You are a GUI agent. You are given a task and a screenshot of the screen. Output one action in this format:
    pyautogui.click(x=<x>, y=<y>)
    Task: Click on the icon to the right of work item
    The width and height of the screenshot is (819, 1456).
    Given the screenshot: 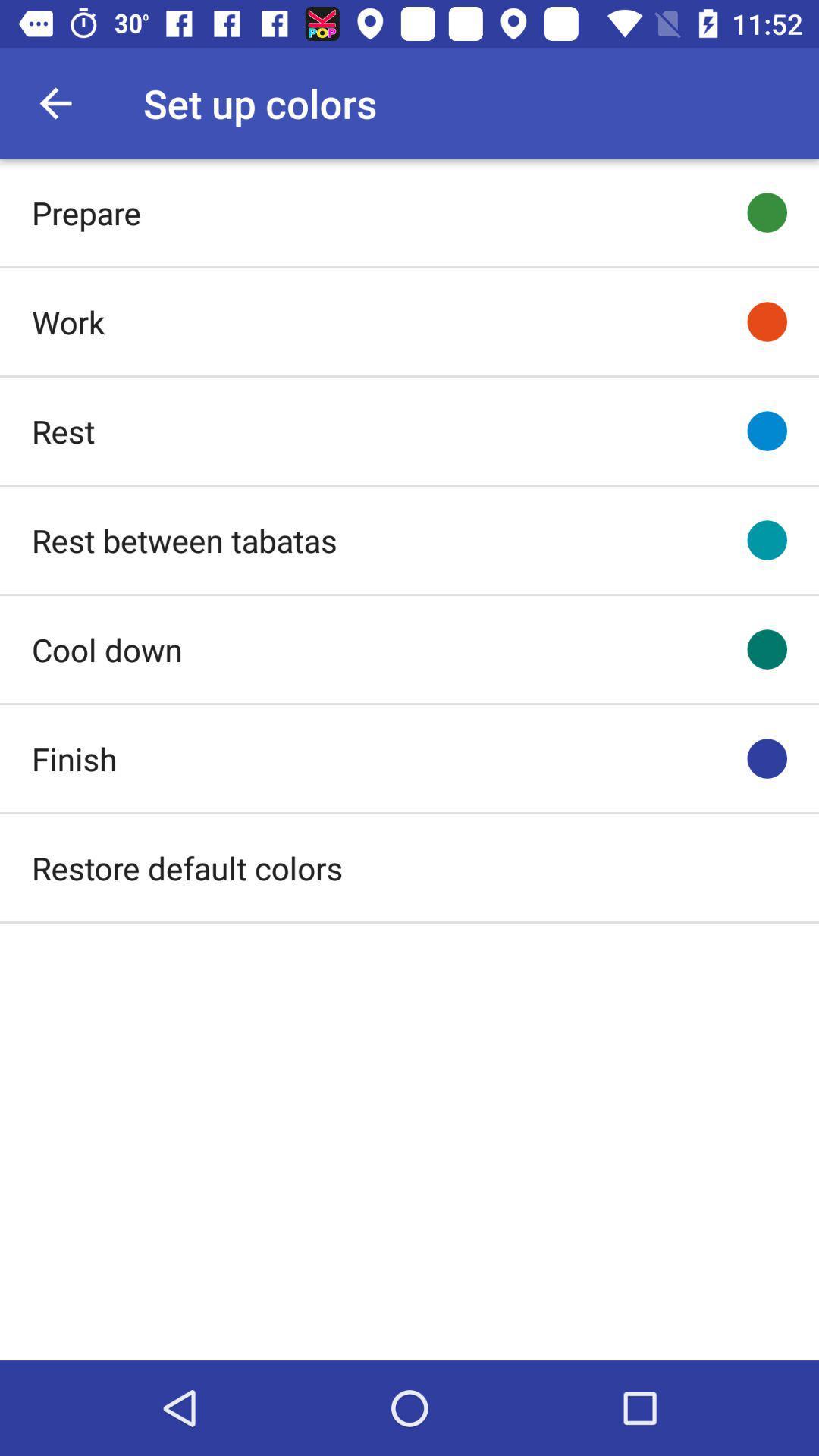 What is the action you would take?
    pyautogui.click(x=767, y=321)
    